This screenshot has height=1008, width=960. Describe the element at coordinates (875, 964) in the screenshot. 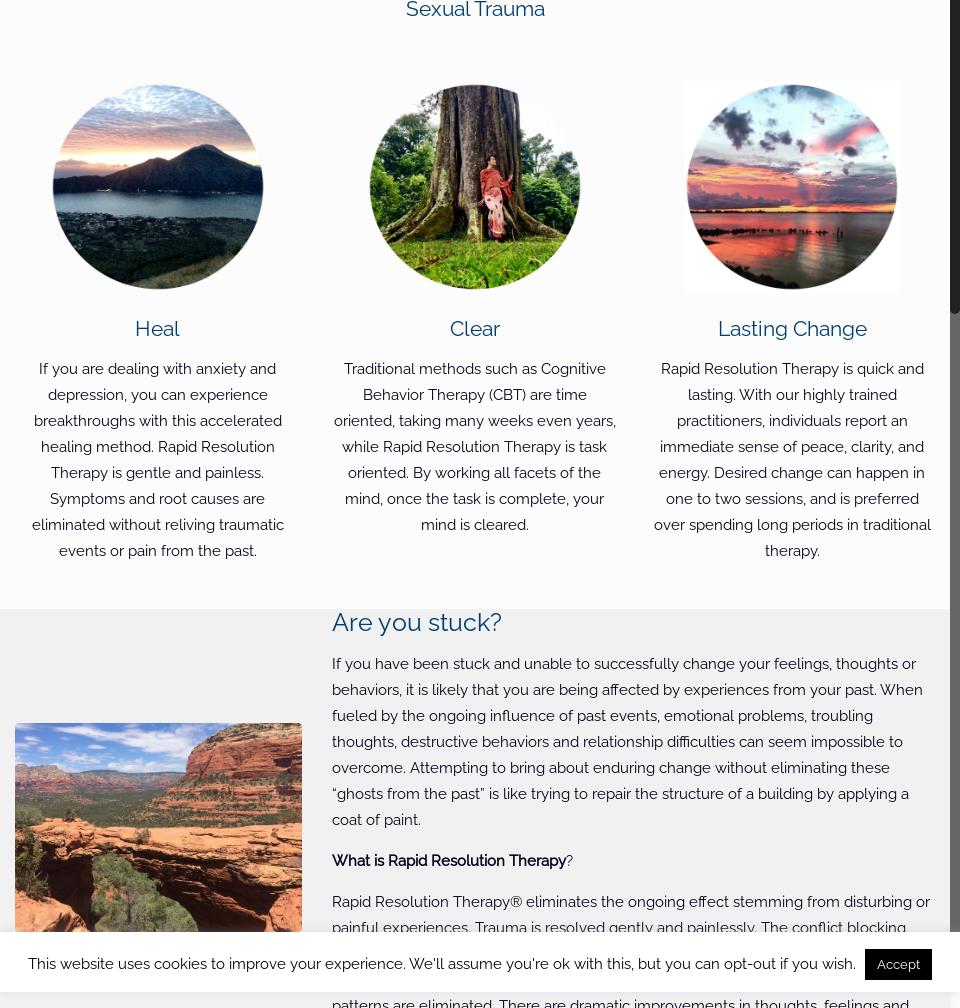

I see `'Accept'` at that location.